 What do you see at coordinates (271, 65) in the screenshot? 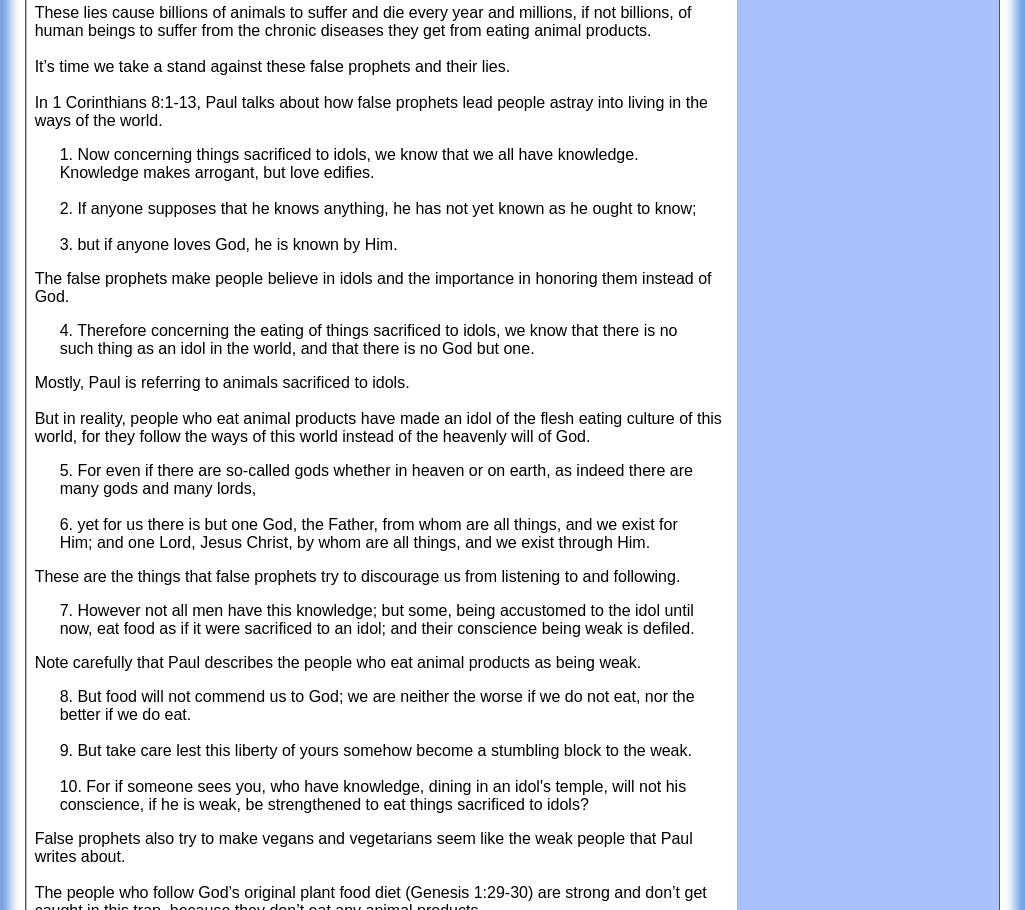
I see `'It’s time we take a stand against these false prophets and their lies.'` at bounding box center [271, 65].